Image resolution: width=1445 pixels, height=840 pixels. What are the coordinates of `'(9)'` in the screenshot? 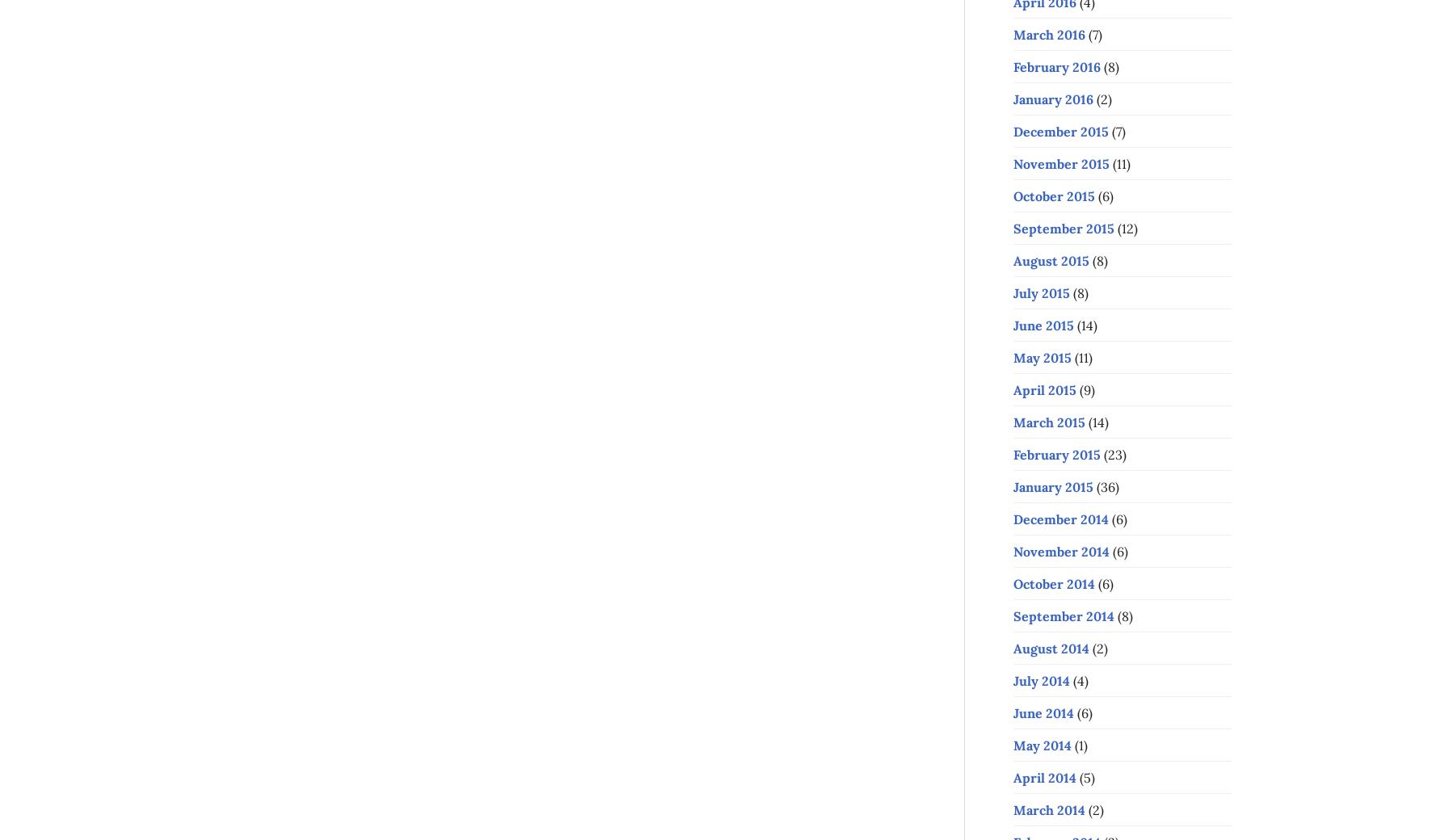 It's located at (1085, 389).